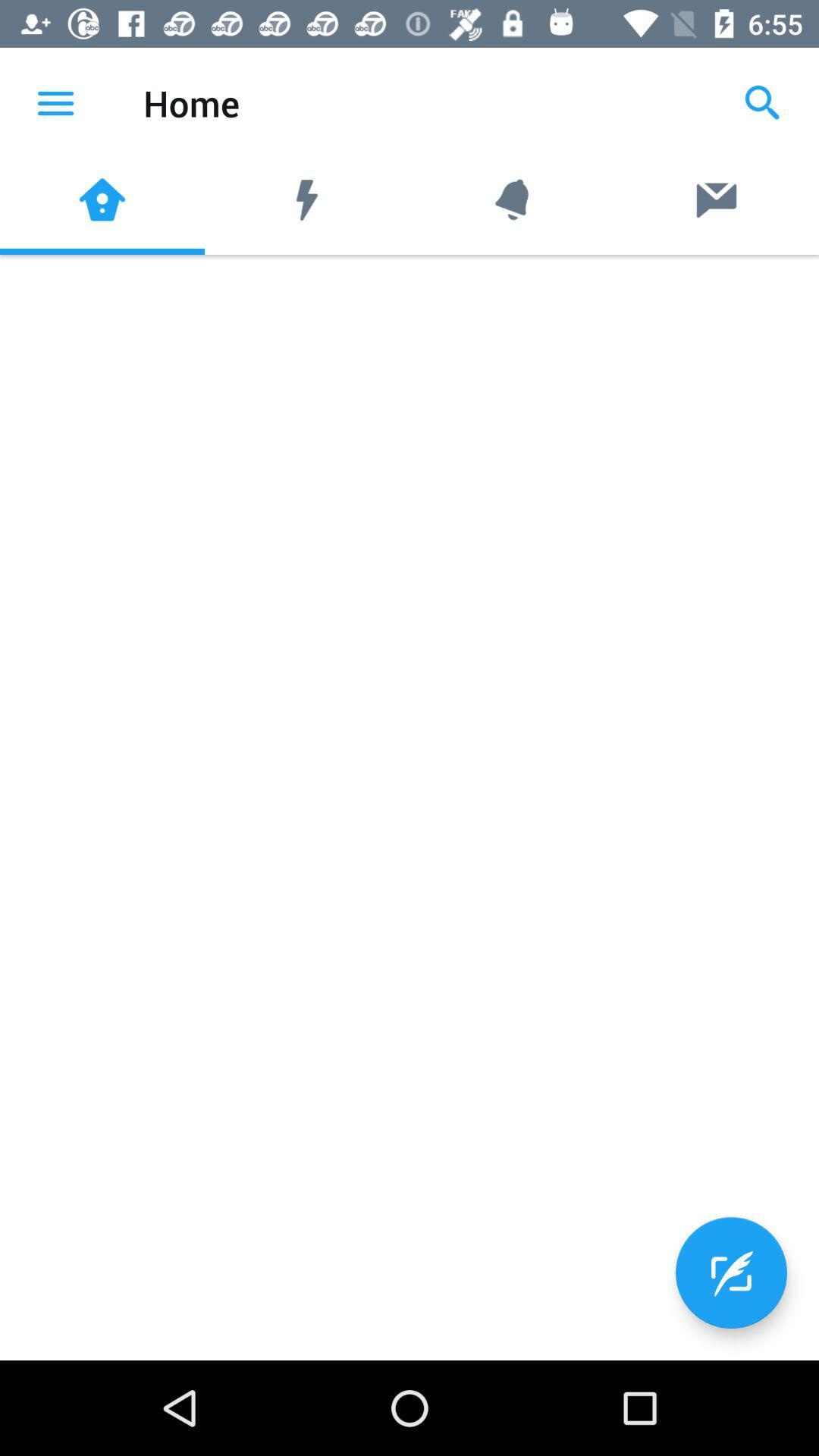  I want to click on the edit icon, so click(730, 1272).